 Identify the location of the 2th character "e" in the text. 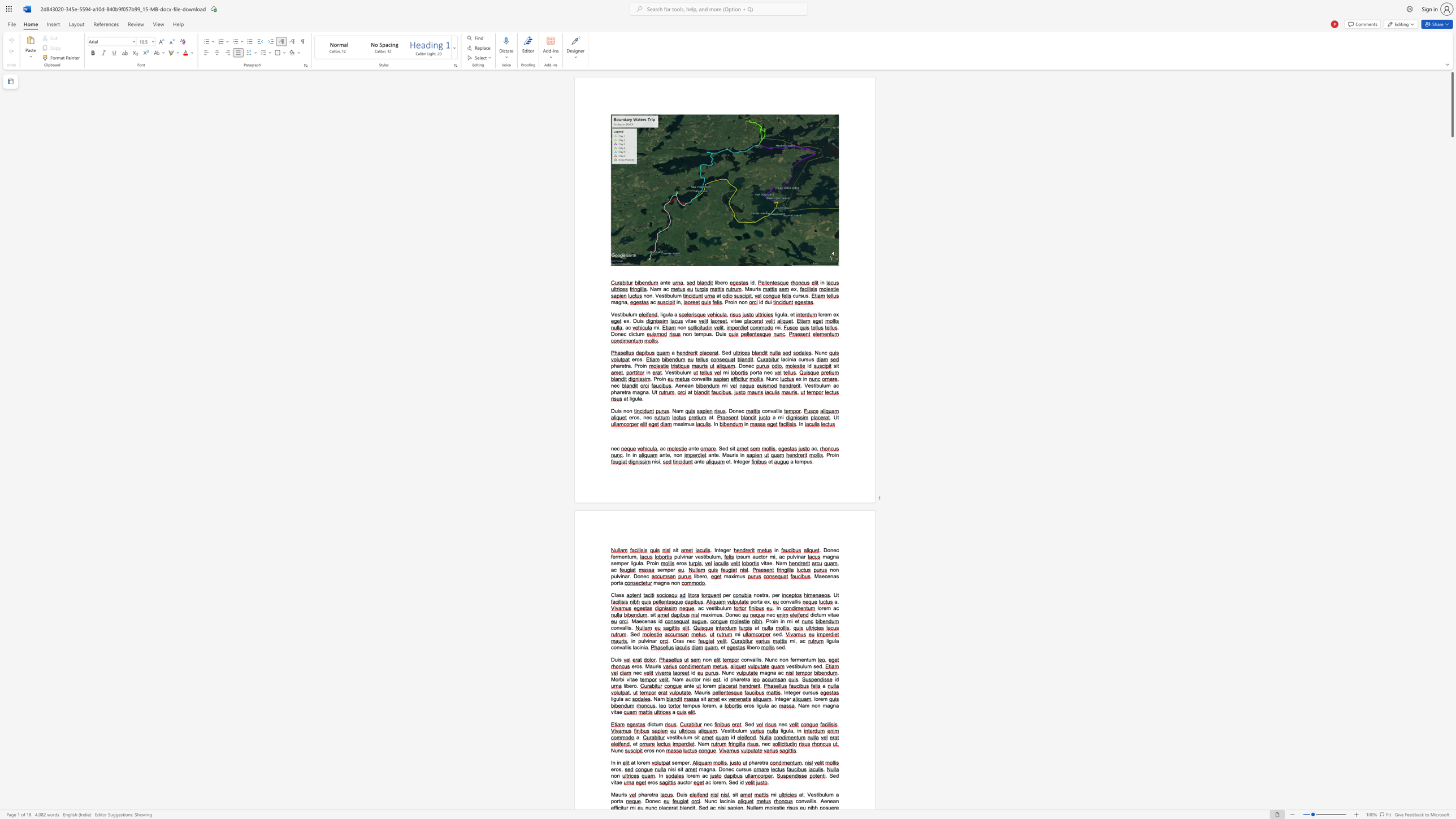
(709, 705).